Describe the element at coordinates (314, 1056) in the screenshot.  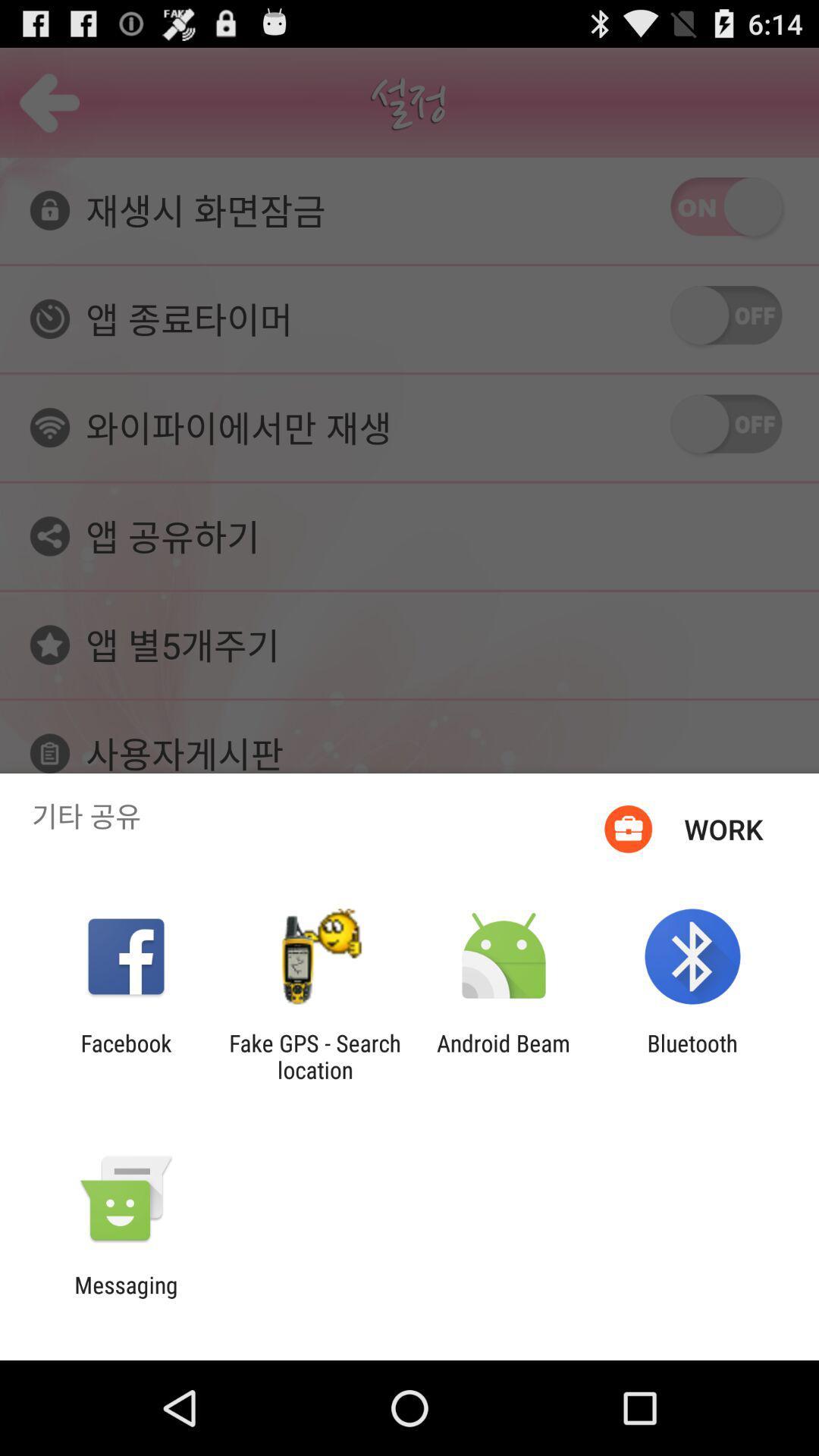
I see `the item next to facebook` at that location.